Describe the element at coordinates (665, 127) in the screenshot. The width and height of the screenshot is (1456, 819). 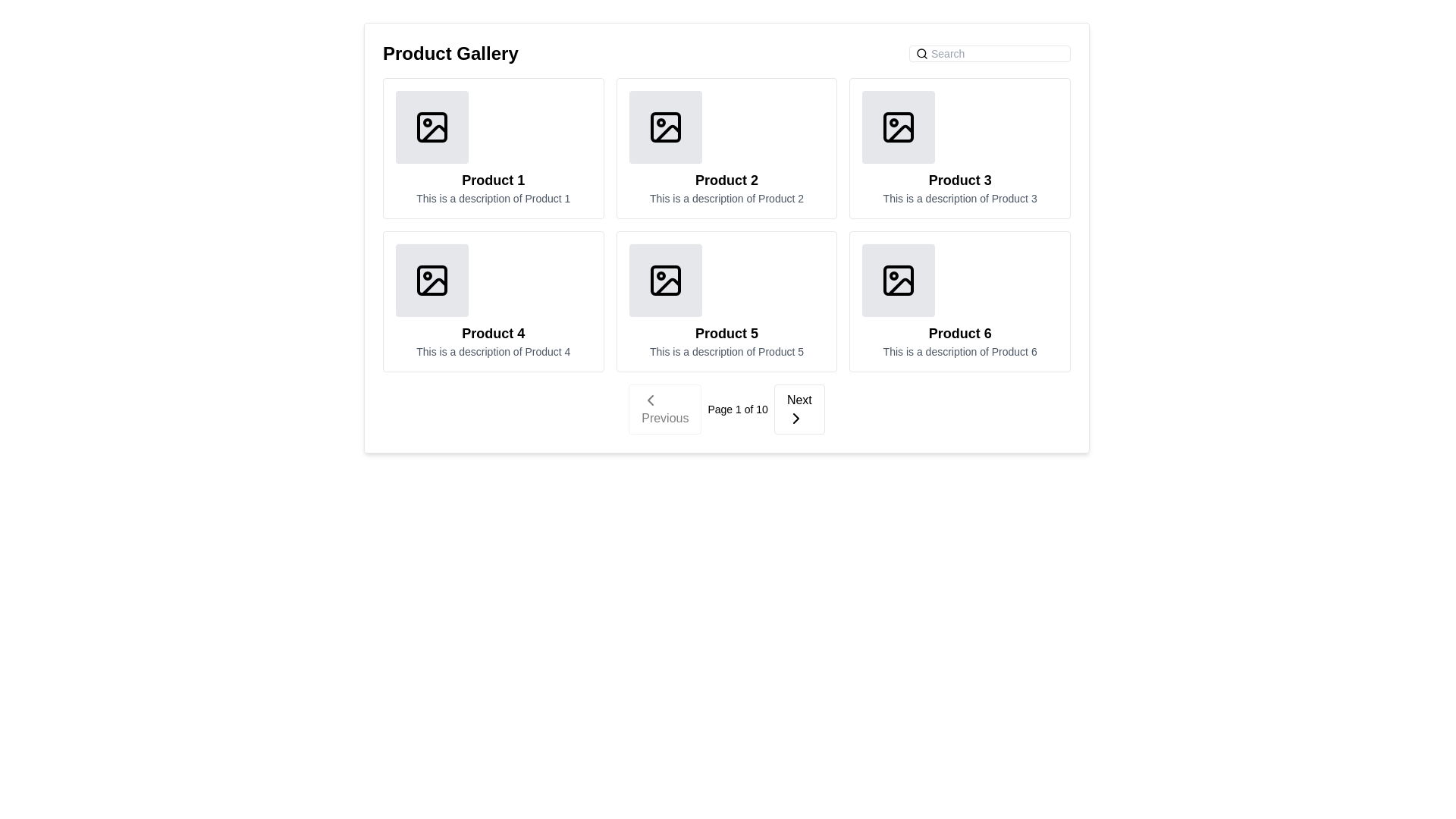
I see `the SVG rectangle with rounded corners located in the top-left section of the image placeholder icon within the second product card under the header 'Product 2'` at that location.